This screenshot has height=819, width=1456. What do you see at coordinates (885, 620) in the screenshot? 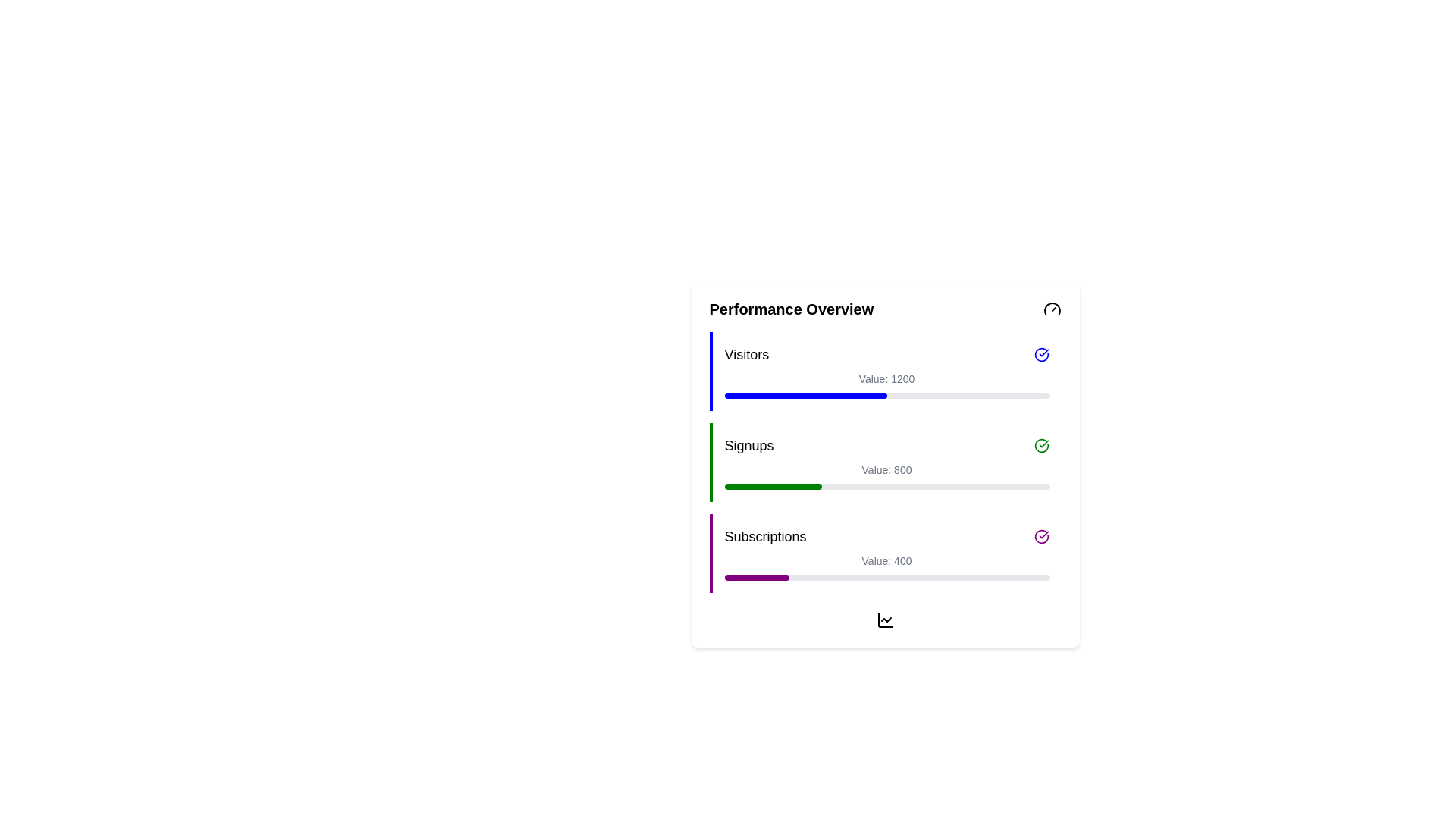
I see `the Icon located at the bottom of the 'Performance Overview' section for interaction` at bounding box center [885, 620].